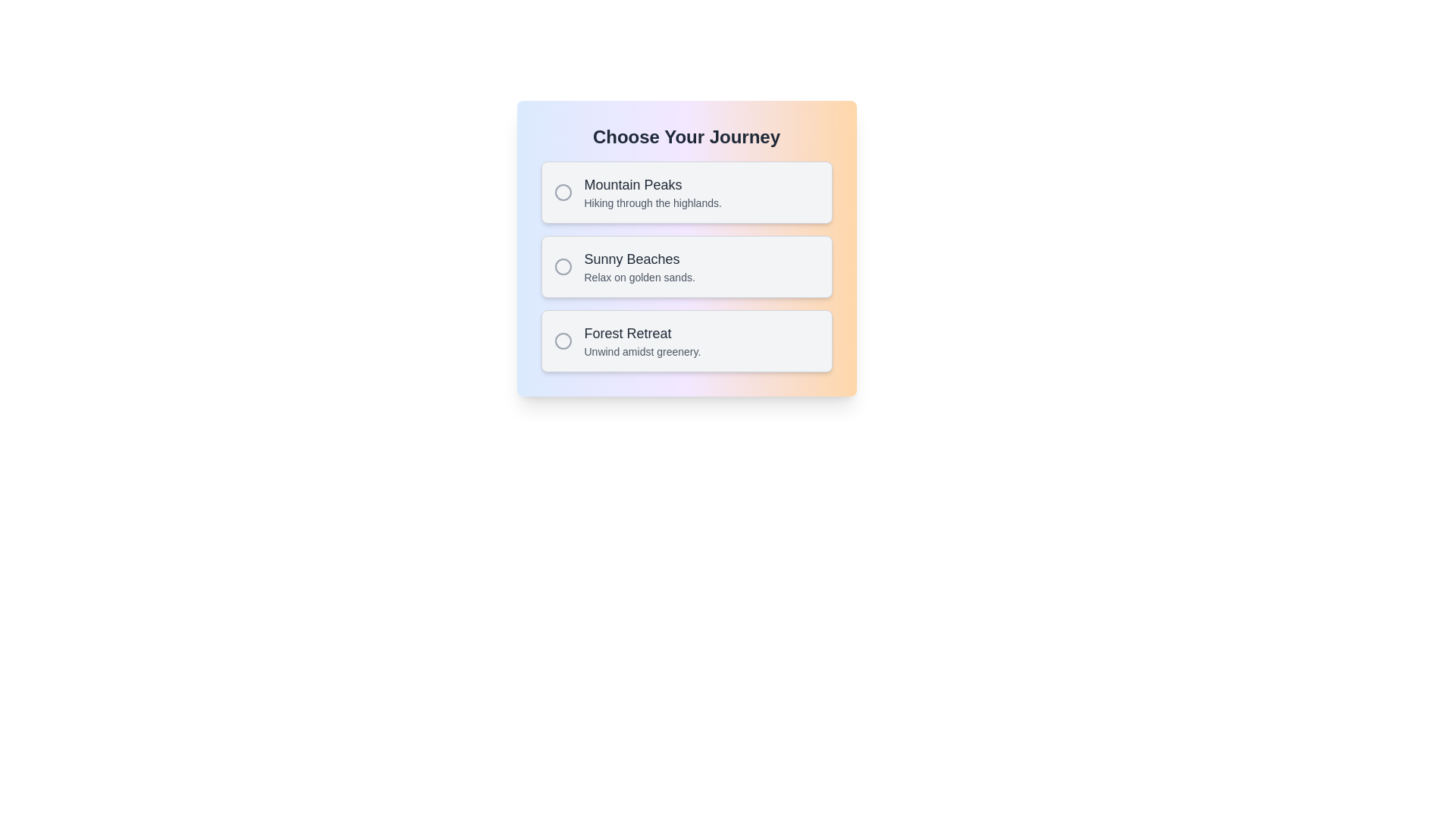 Image resolution: width=1456 pixels, height=819 pixels. I want to click on the second interactive card labeled 'Sunny Beaches' in the 'Choose Your Journey' panel, so click(686, 265).